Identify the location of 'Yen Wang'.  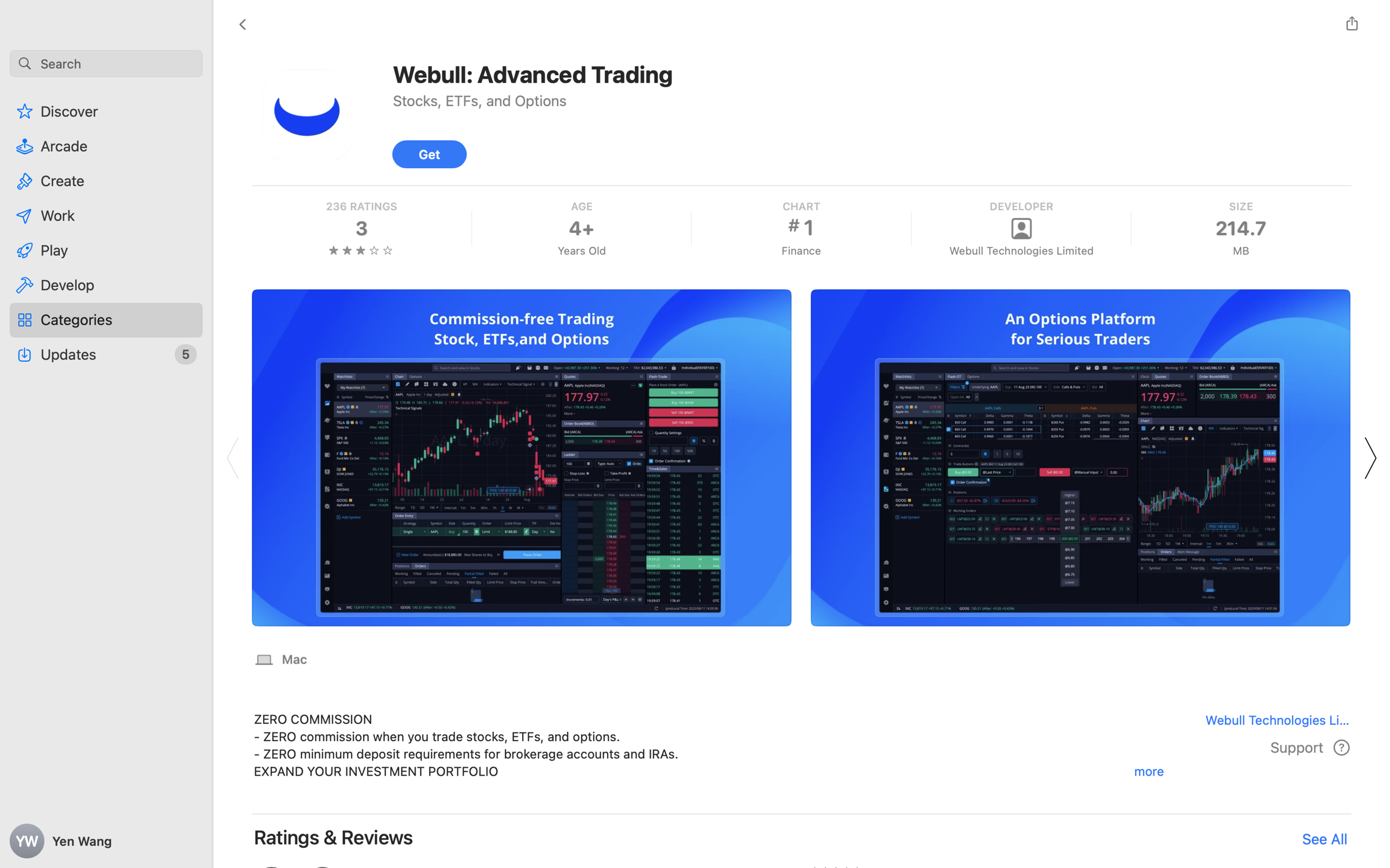
(106, 841).